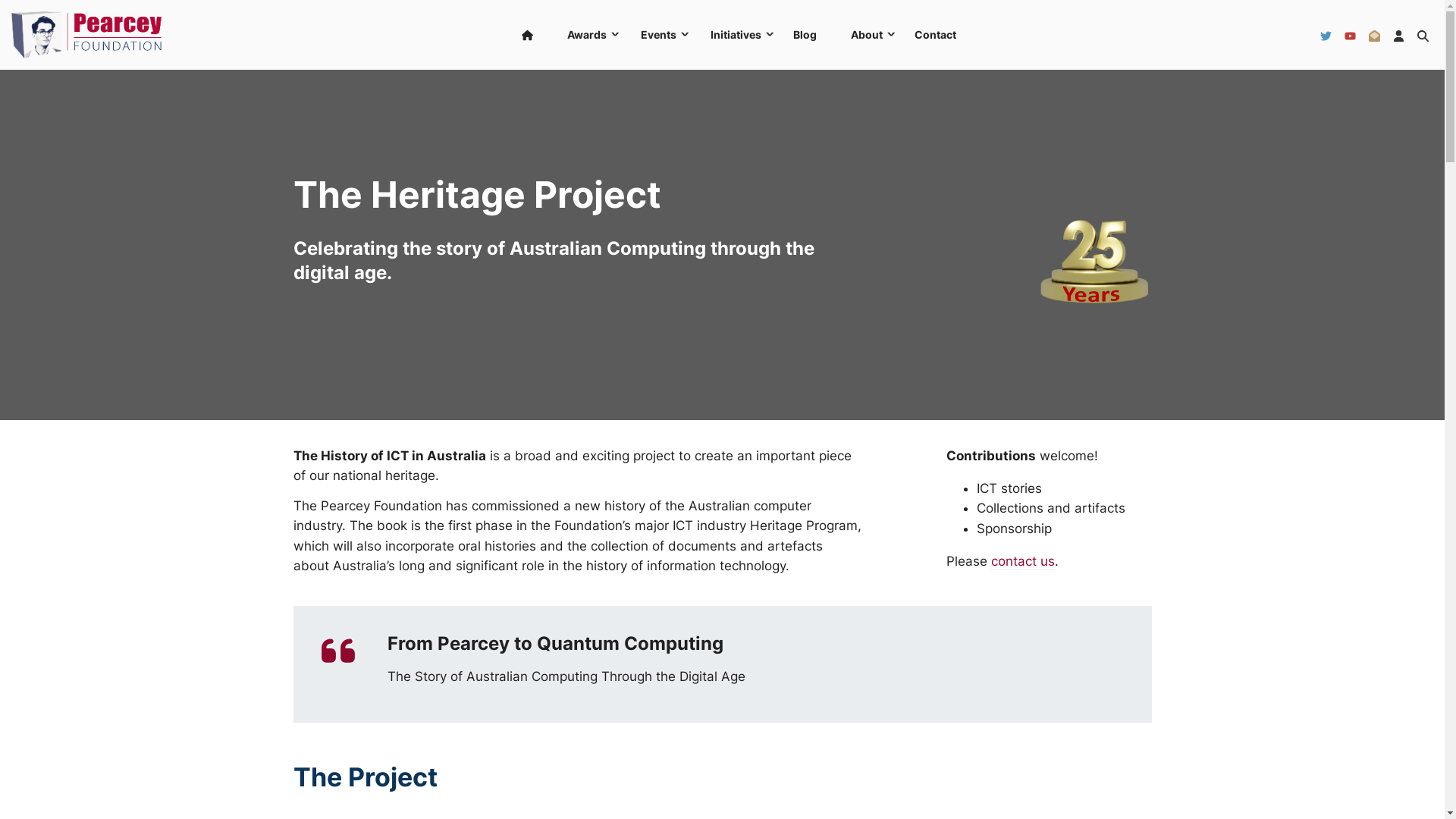 Image resolution: width=1456 pixels, height=819 pixels. What do you see at coordinates (1344, 34) in the screenshot?
I see `'YouTube'` at bounding box center [1344, 34].